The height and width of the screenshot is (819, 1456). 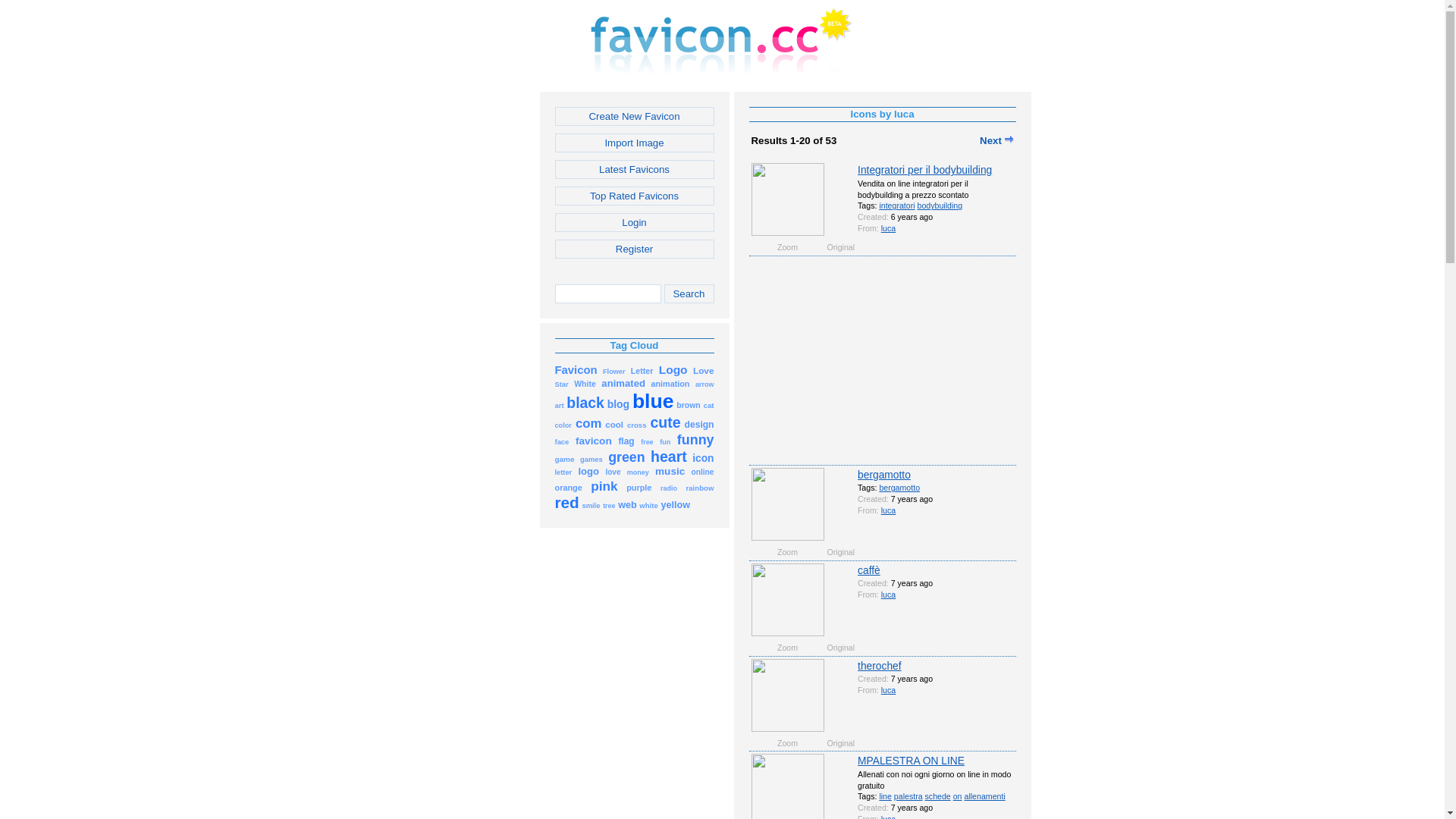 What do you see at coordinates (634, 222) in the screenshot?
I see `'Login'` at bounding box center [634, 222].